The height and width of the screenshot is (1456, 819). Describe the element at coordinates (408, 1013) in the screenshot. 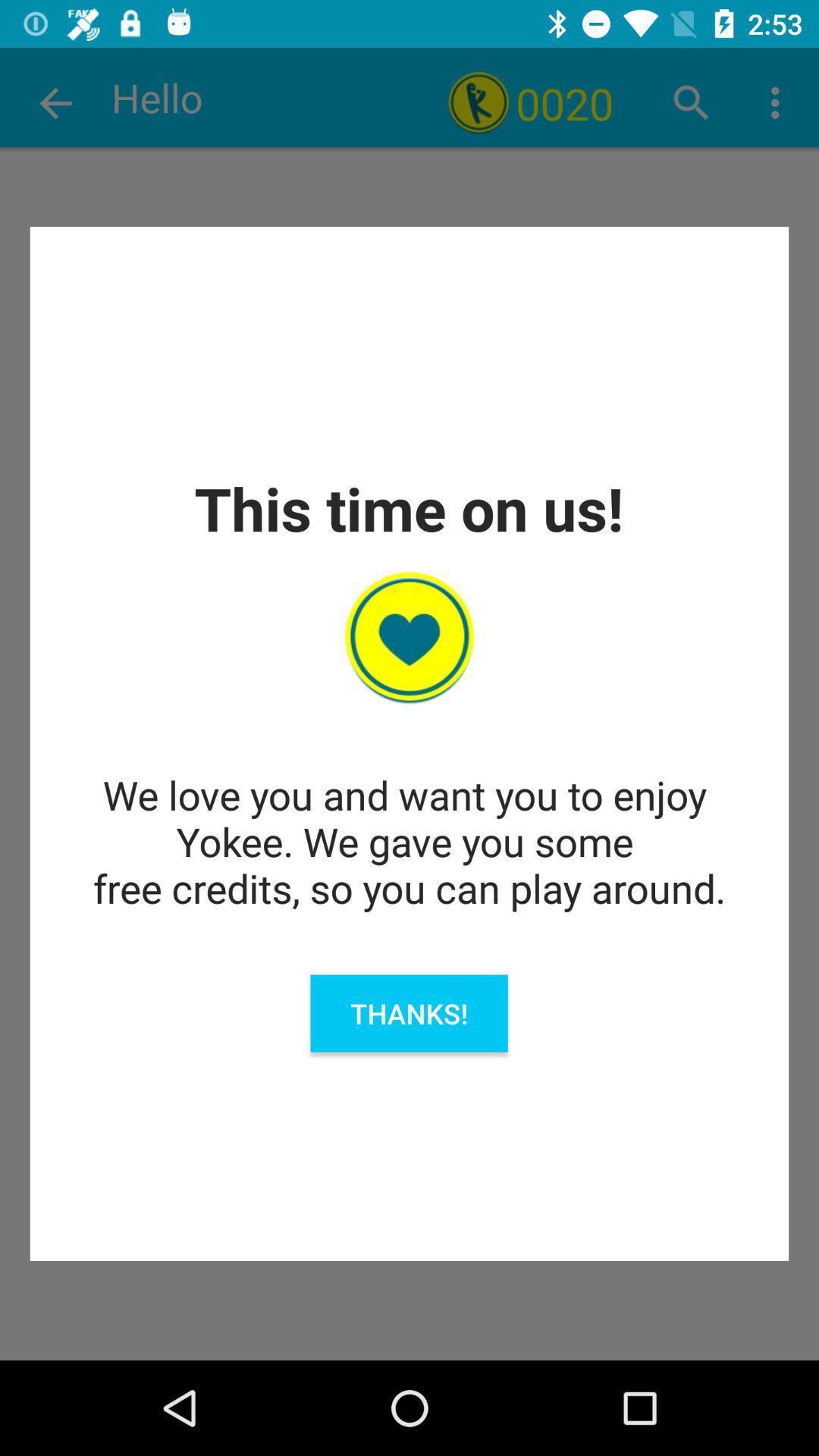

I see `icon below we love you item` at that location.